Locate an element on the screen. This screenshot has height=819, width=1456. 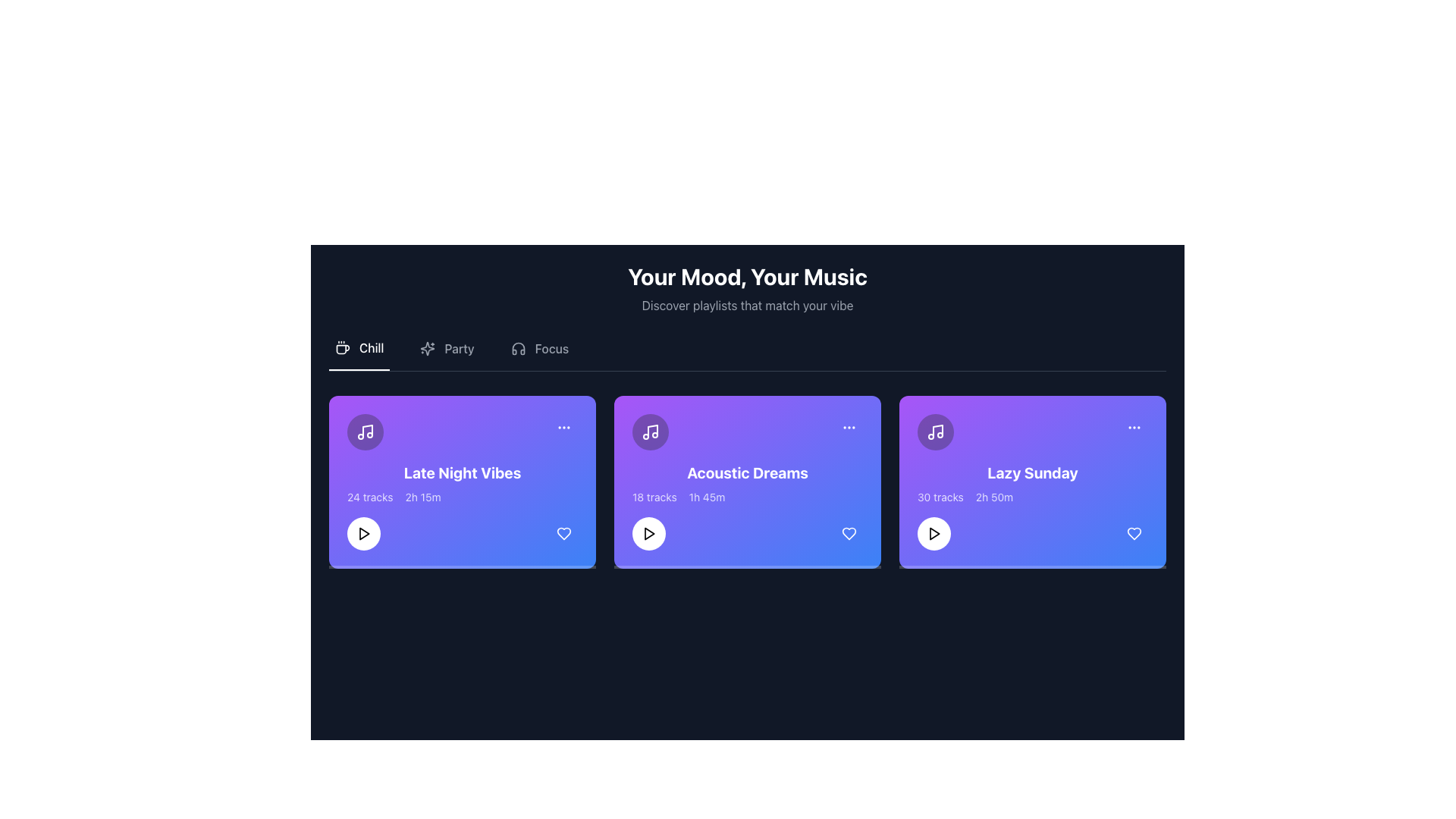
the Vector graphic icon component representing a music playlist within the 'Acoustic Dreams' card, located at the top-left corner adjacent to the explanatory text is located at coordinates (652, 430).